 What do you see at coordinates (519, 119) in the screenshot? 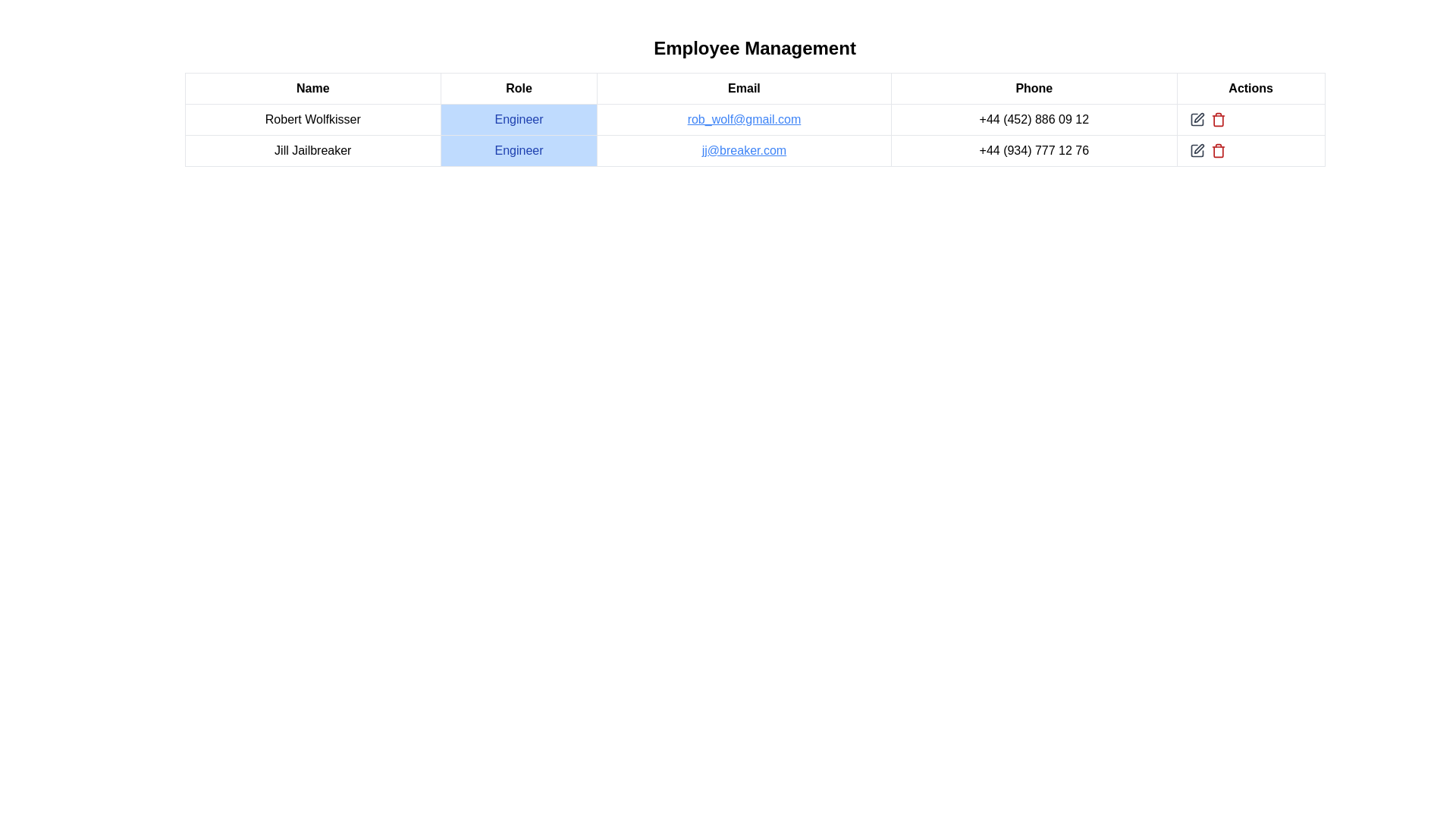
I see `the text label 'Engineer' located in the second column of the first row in the table, which has a light blue background and blue text` at bounding box center [519, 119].